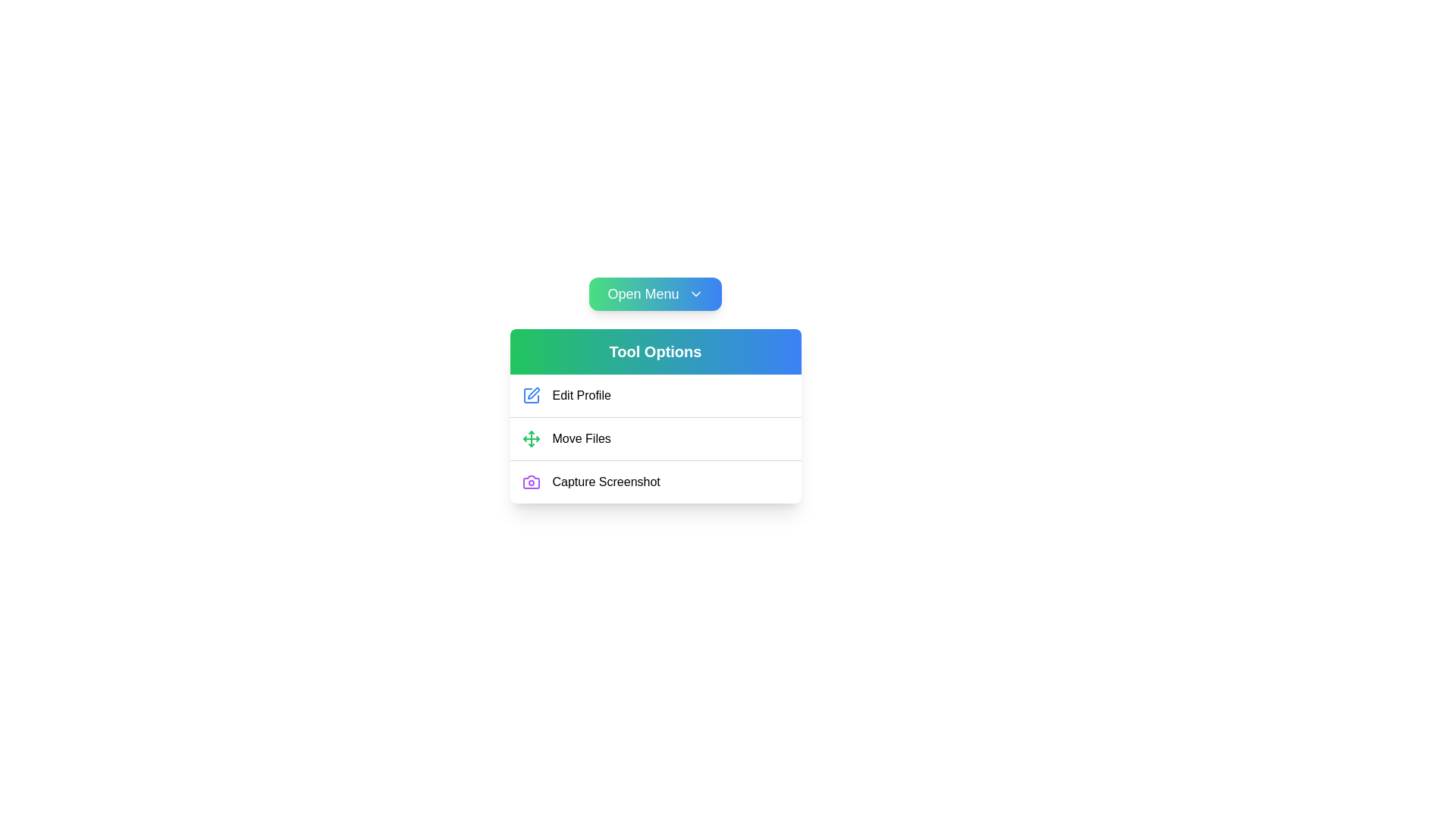 This screenshot has height=819, width=1456. I want to click on the button with a gradient background that has the text 'Open Menu' and a downward arrow icon, so click(655, 294).